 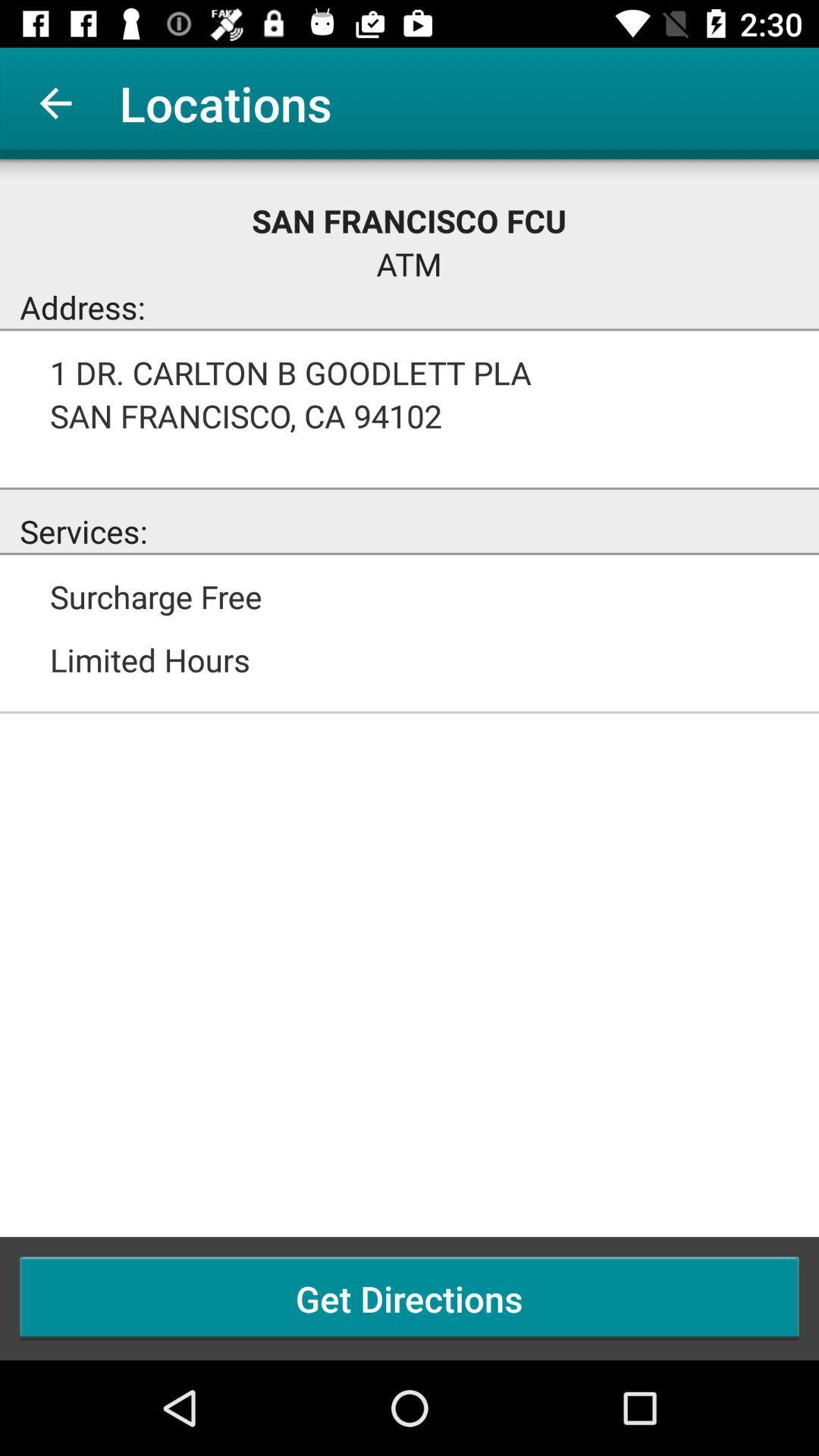 What do you see at coordinates (55, 102) in the screenshot?
I see `the app next to locations` at bounding box center [55, 102].